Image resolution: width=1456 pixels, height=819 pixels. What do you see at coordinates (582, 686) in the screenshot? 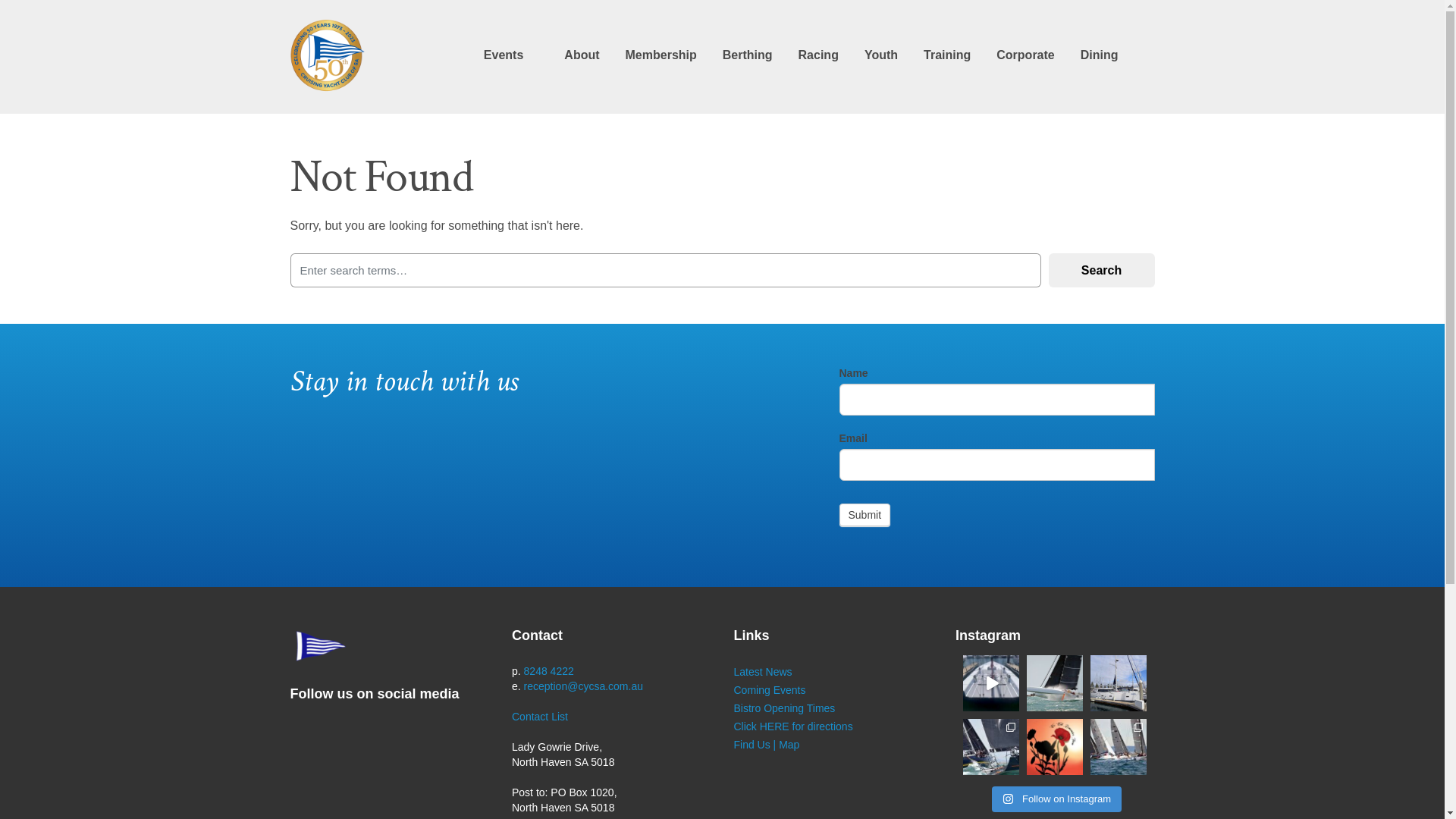
I see `'reception@cycsa.com.au'` at bounding box center [582, 686].